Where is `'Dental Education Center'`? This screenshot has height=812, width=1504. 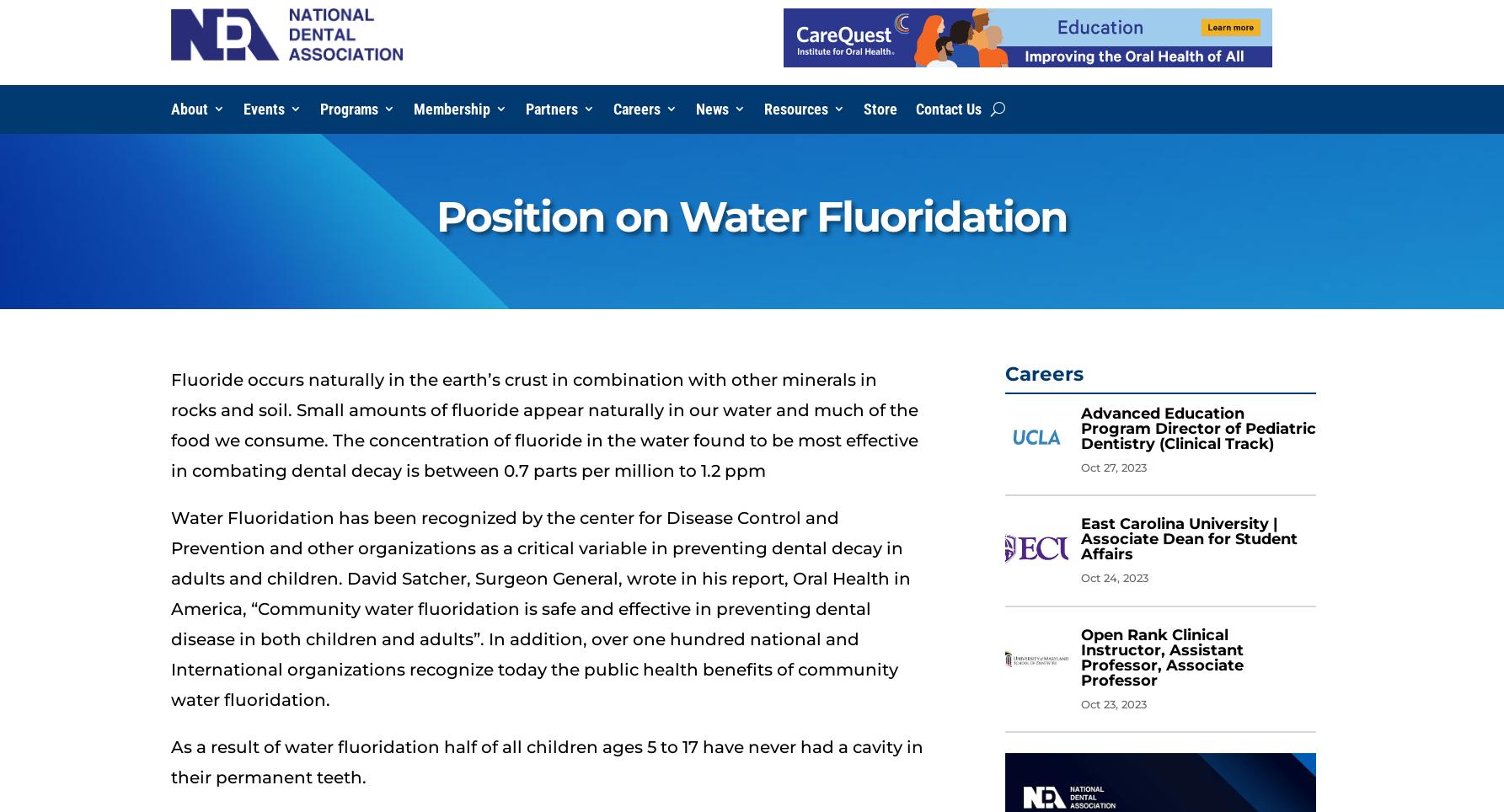 'Dental Education Center' is located at coordinates (834, 142).